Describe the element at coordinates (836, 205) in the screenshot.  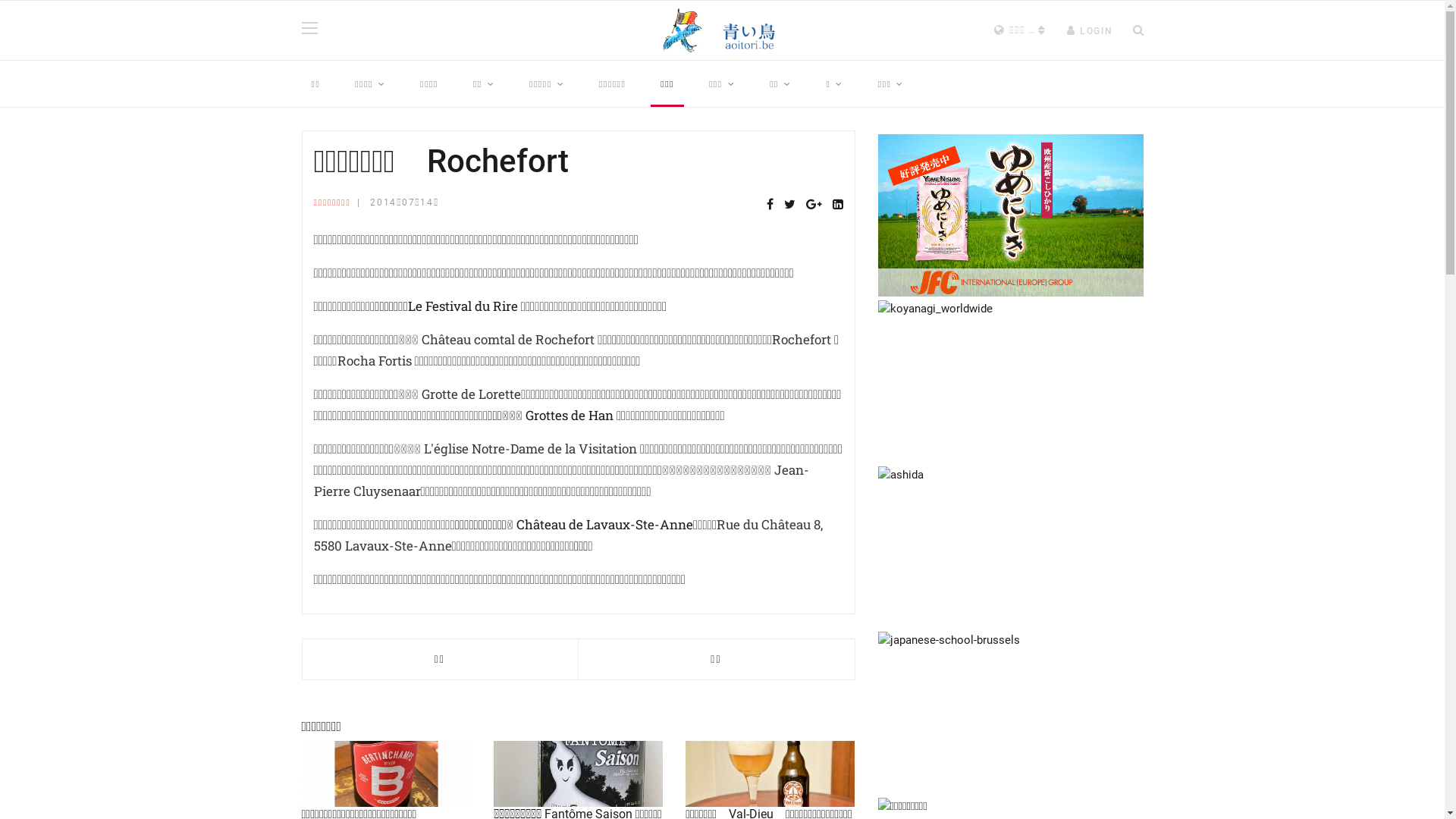
I see `'LinkedIn'` at that location.